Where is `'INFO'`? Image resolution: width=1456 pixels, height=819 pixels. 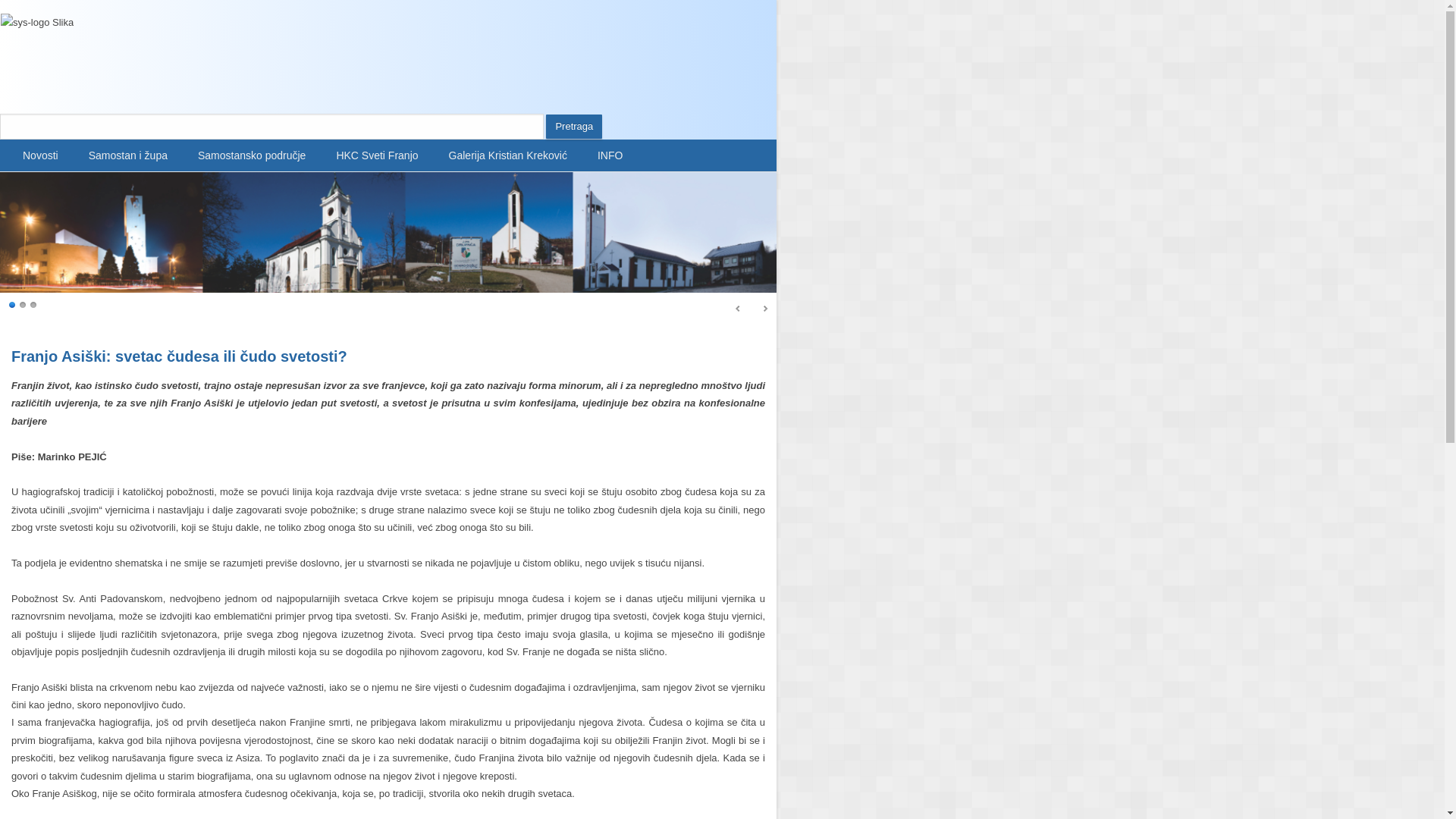
'INFO' is located at coordinates (610, 155).